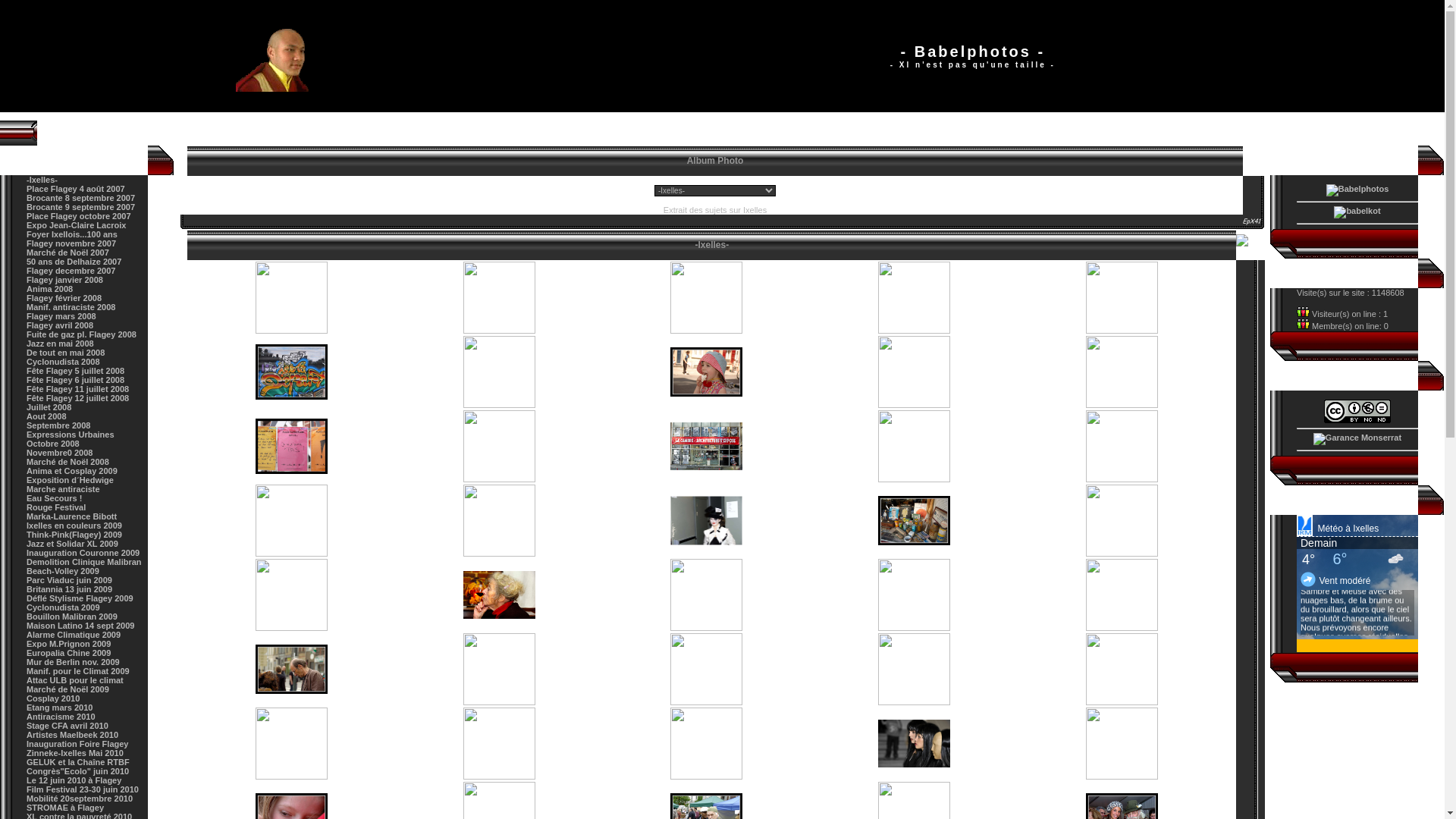  Describe the element at coordinates (71, 242) in the screenshot. I see `'Flagey novembre 2007'` at that location.